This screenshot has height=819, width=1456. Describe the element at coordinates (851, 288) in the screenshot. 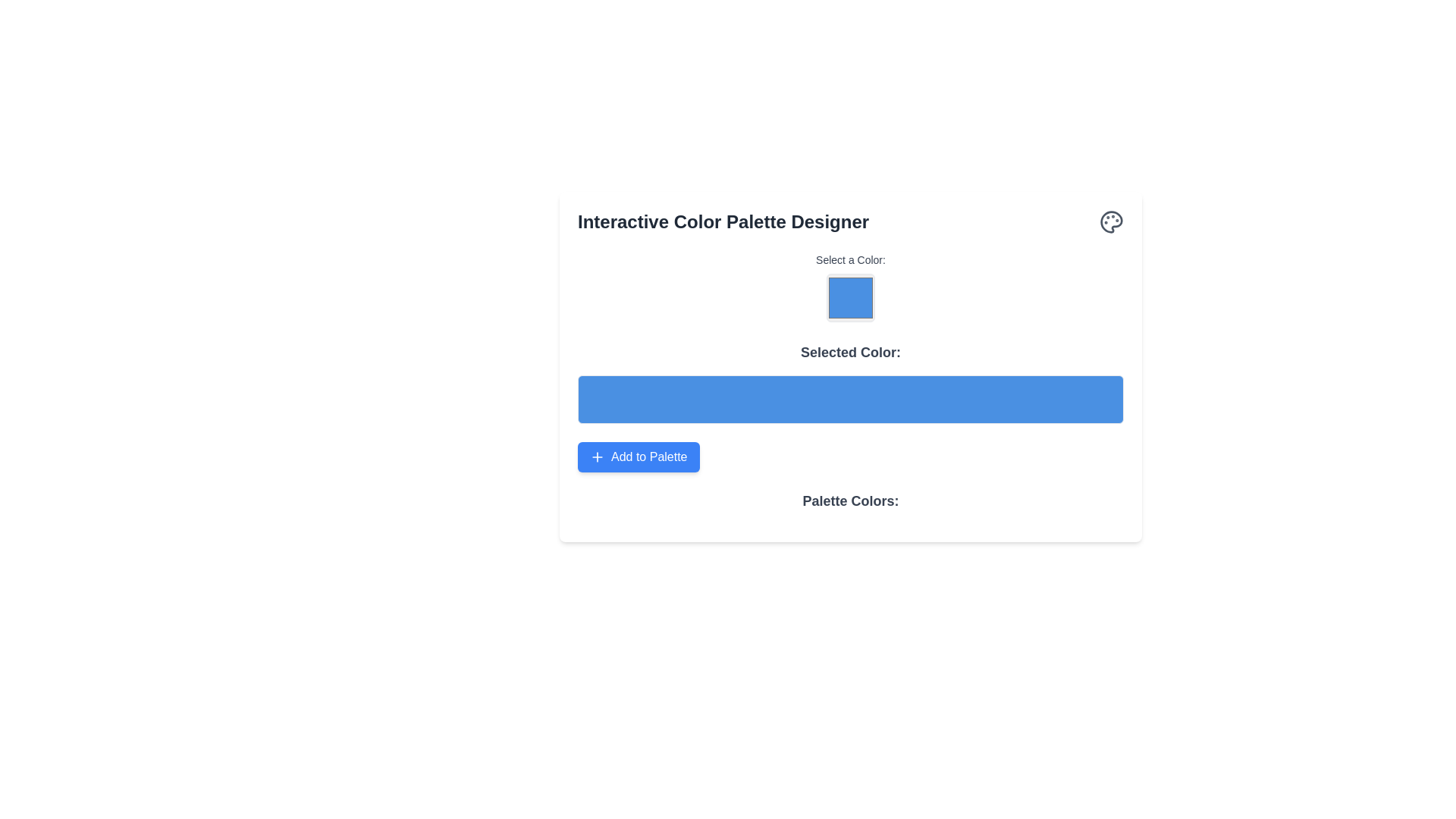

I see `and drop the Color Picker Element, which is a medium-sized blue square located under the 'Select a Color:' label in the 'Interactive Color Palette Designer' panel` at that location.